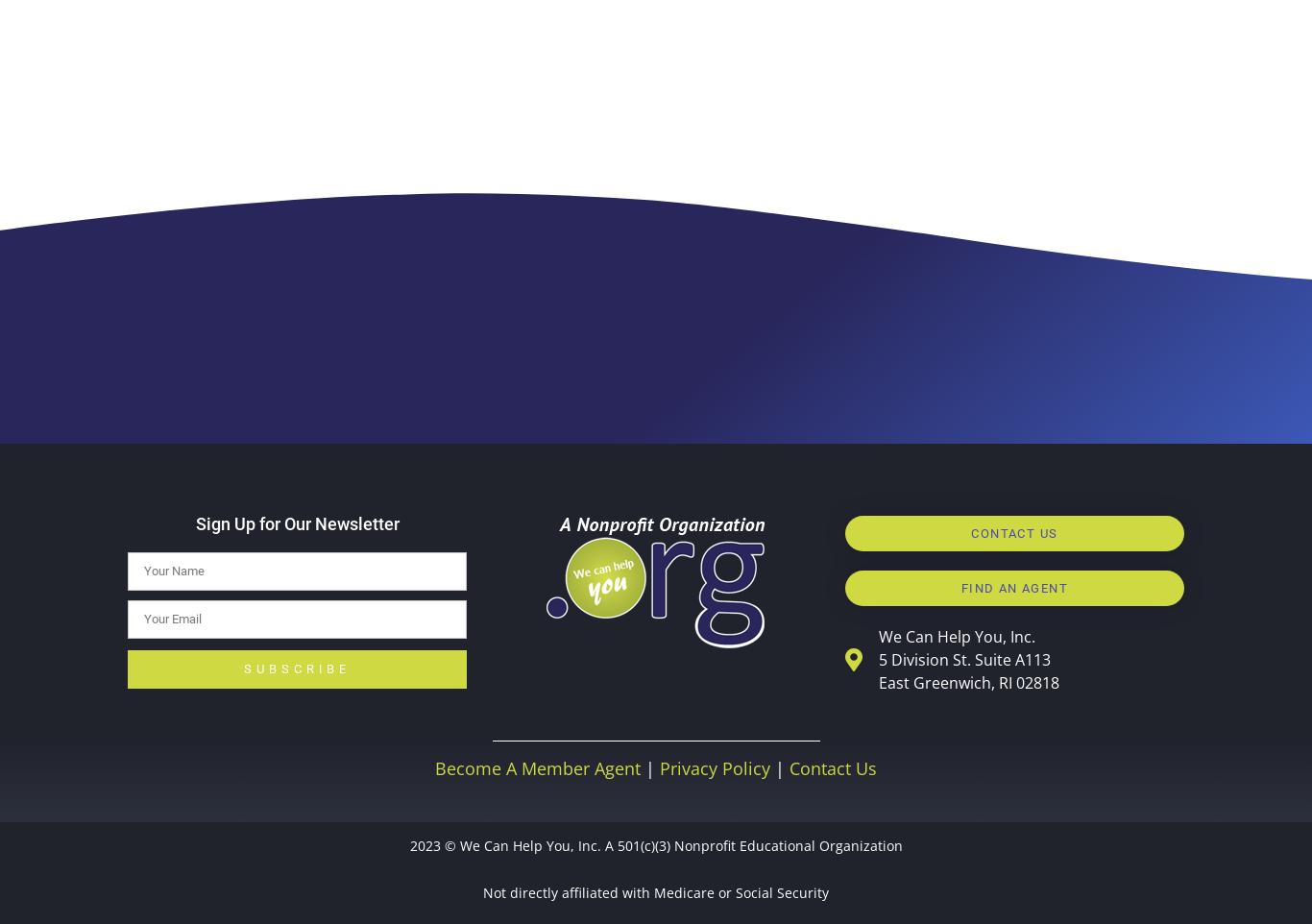 The image size is (1312, 924). What do you see at coordinates (1012, 586) in the screenshot?
I see `'Find An Agent'` at bounding box center [1012, 586].